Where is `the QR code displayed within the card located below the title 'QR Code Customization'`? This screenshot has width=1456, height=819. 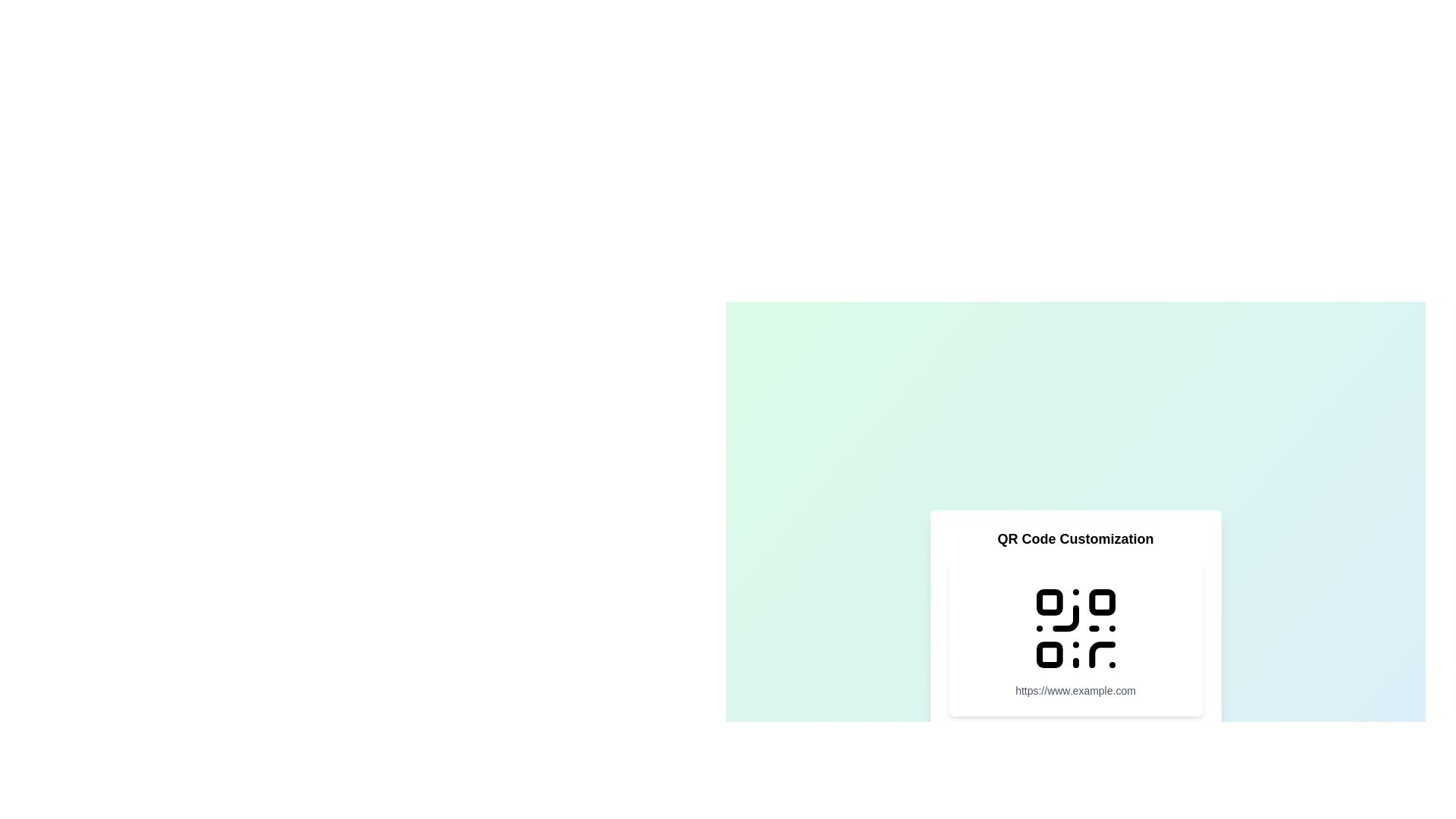
the QR code displayed within the card located below the title 'QR Code Customization' is located at coordinates (1075, 639).